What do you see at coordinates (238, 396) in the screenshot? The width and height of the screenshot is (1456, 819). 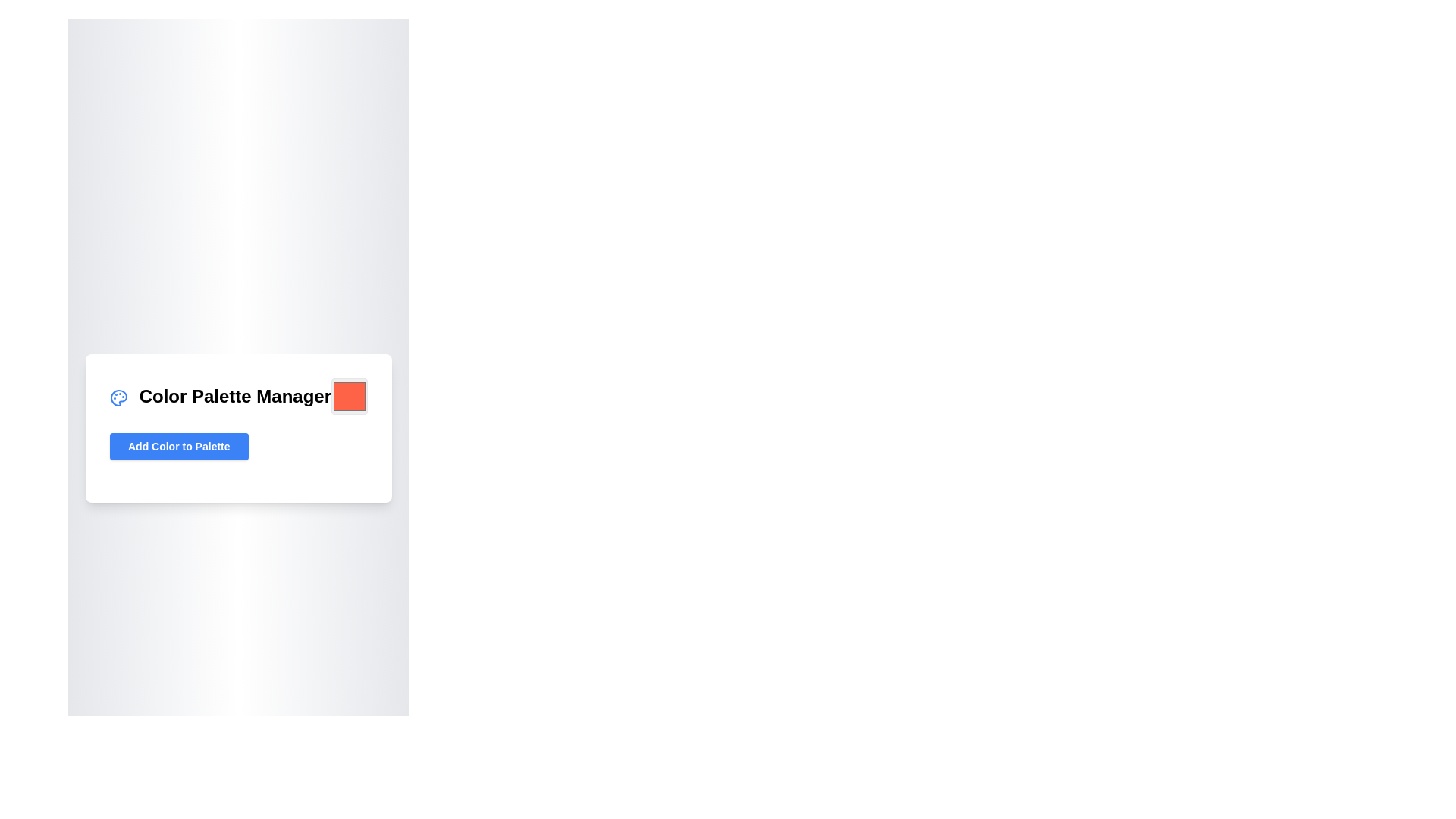 I see `the heading element displaying 'Color Palette Manager', which is located at the top of the white card widget, adjacent to a blue palette-like icon` at bounding box center [238, 396].